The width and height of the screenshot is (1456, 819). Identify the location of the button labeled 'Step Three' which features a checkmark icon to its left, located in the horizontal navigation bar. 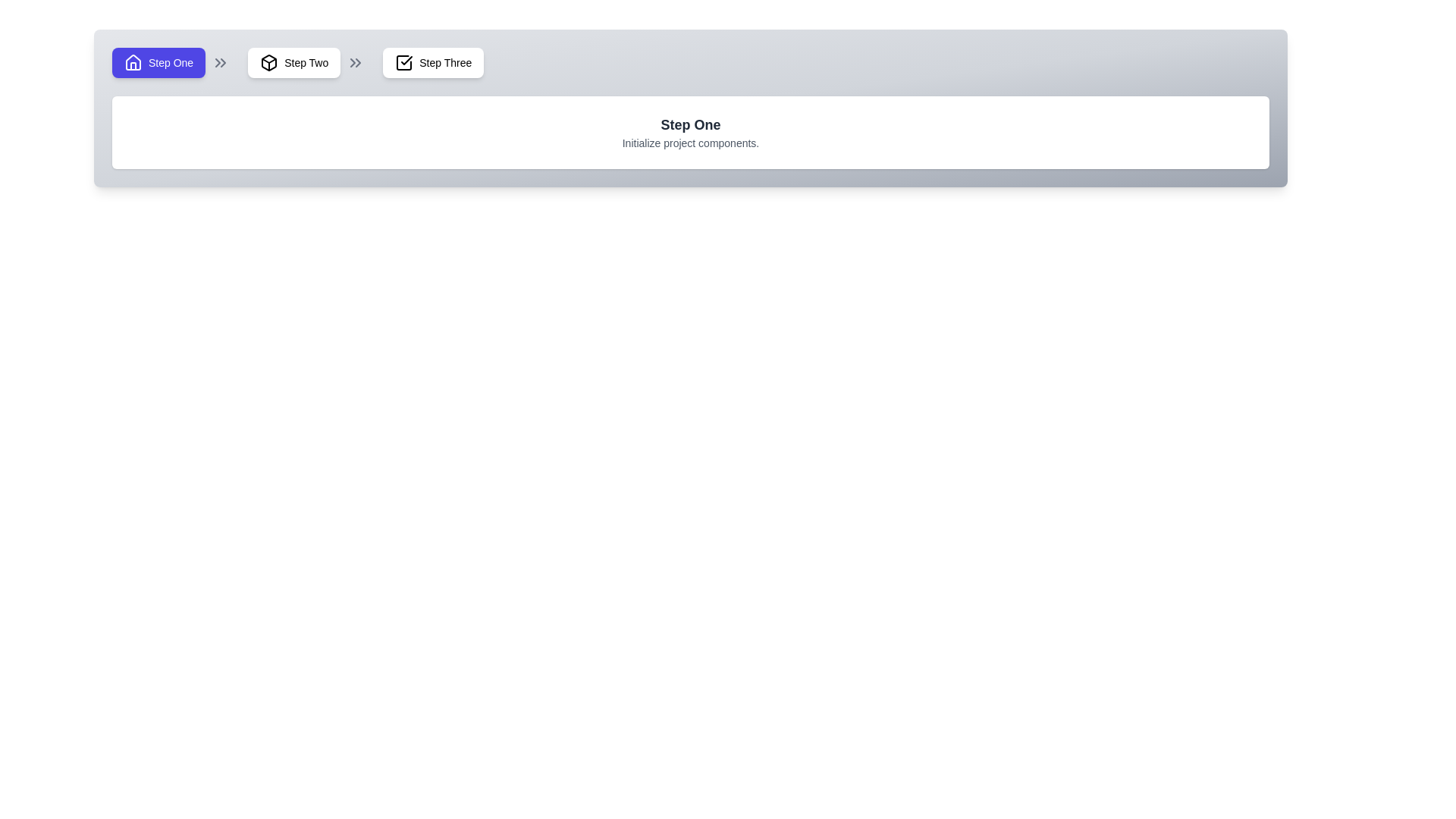
(432, 62).